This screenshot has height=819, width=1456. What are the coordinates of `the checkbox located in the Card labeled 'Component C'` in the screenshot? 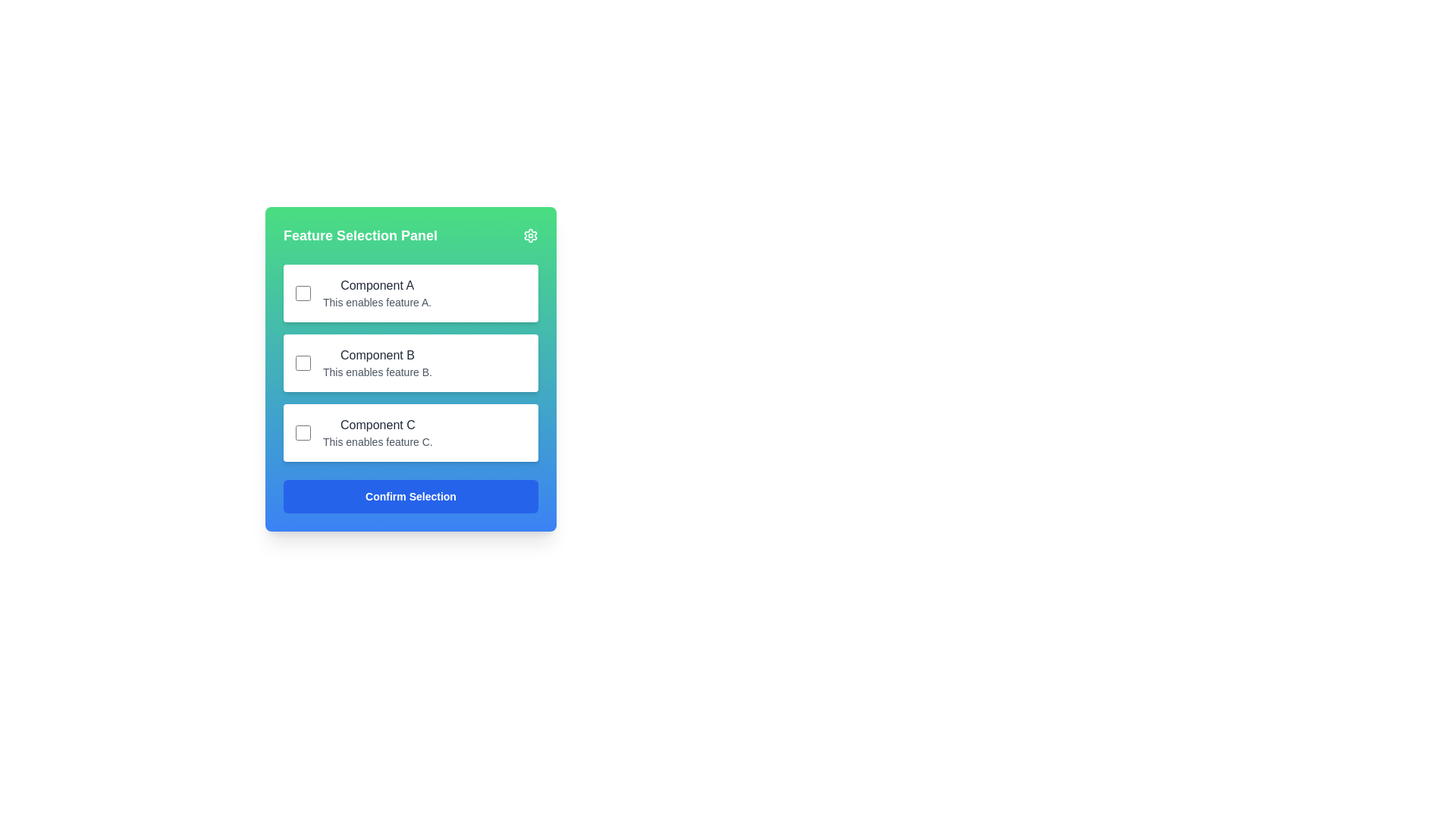 It's located at (411, 432).